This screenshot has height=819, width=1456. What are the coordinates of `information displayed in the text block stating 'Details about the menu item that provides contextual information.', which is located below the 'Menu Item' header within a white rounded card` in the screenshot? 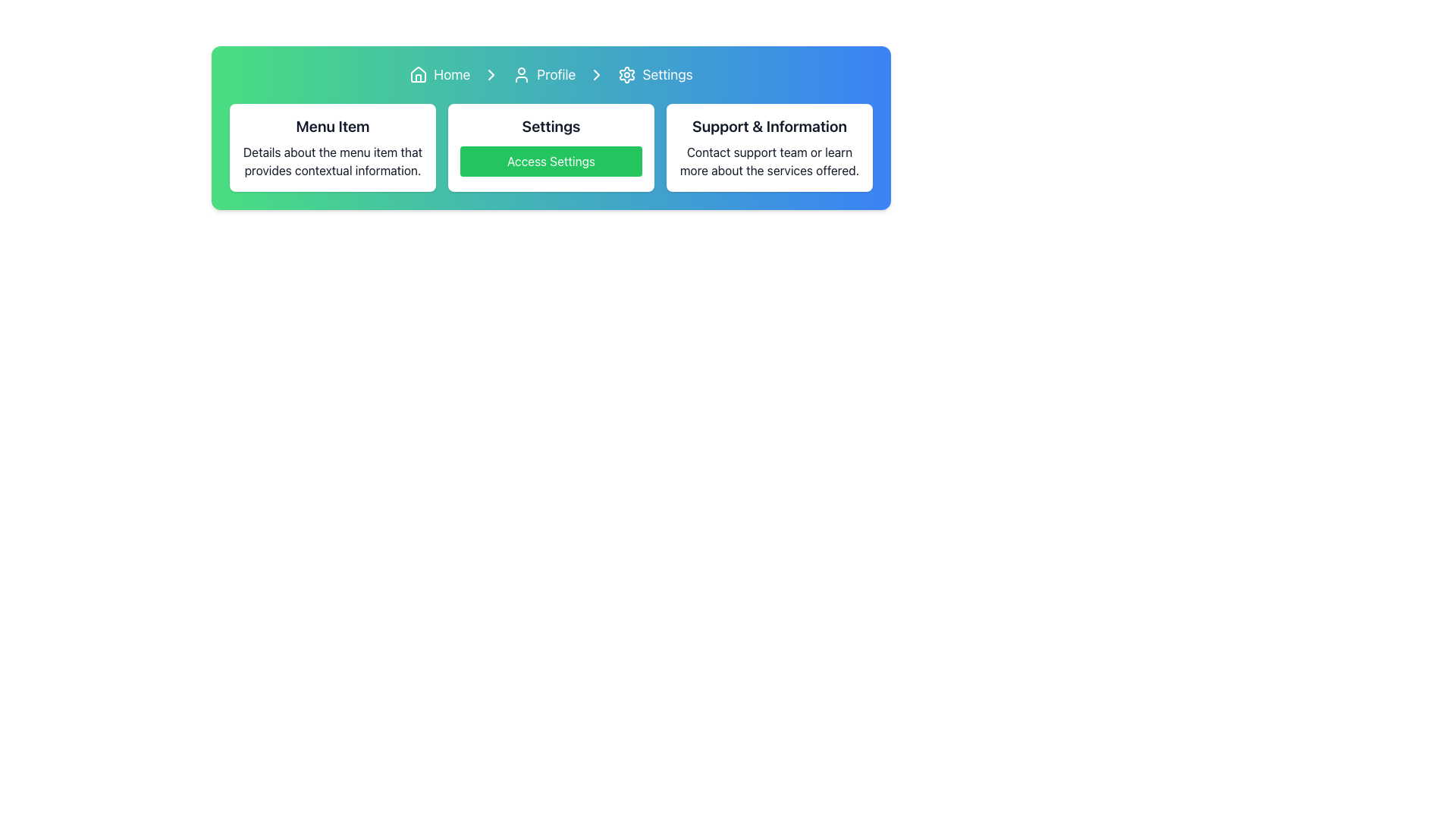 It's located at (331, 161).